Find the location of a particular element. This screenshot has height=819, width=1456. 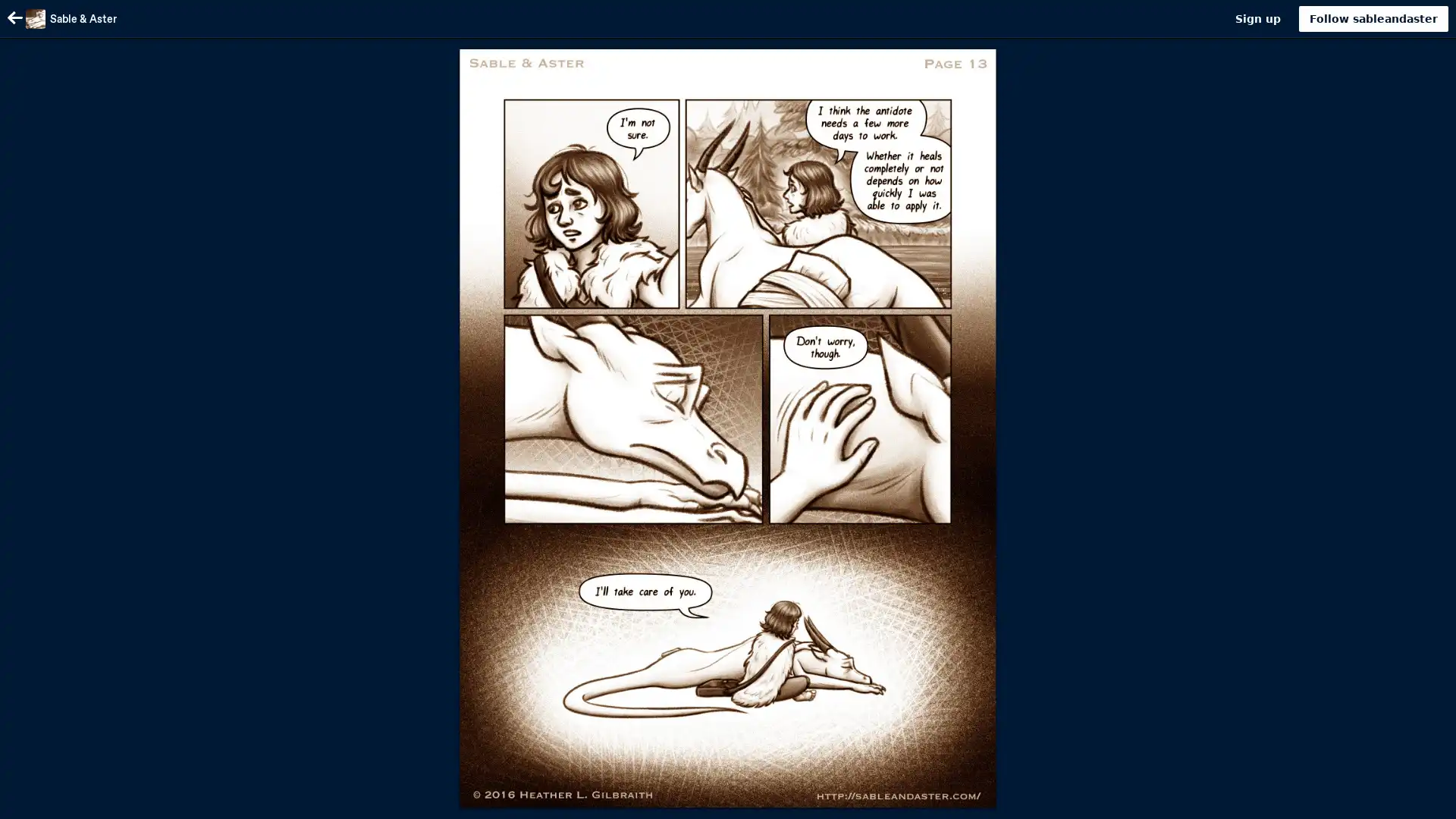

Scroll to top is located at coordinates (1426, 802).